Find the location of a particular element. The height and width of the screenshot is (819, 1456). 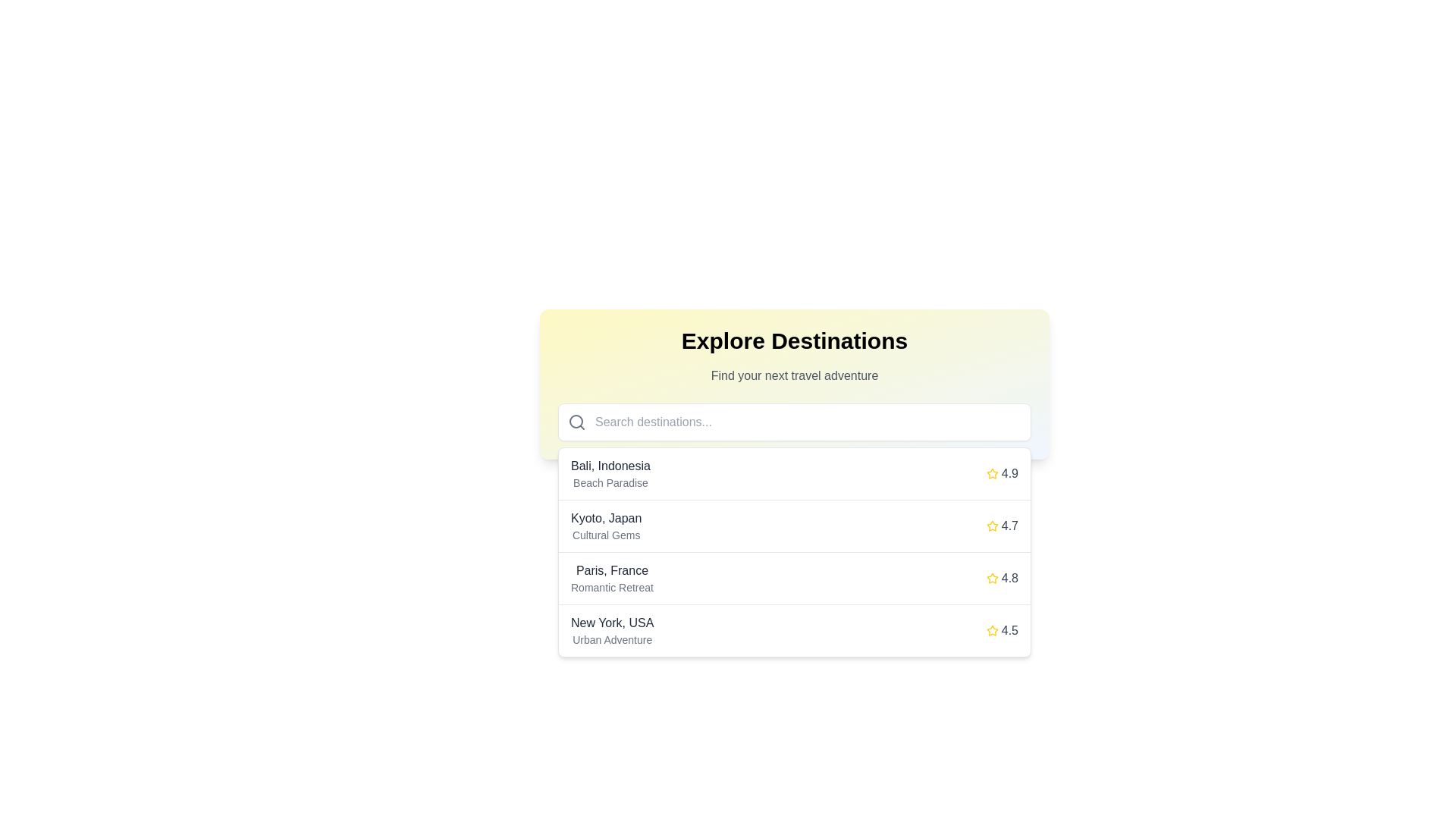

the dropdown menu containing a list of destinations is located at coordinates (793, 552).